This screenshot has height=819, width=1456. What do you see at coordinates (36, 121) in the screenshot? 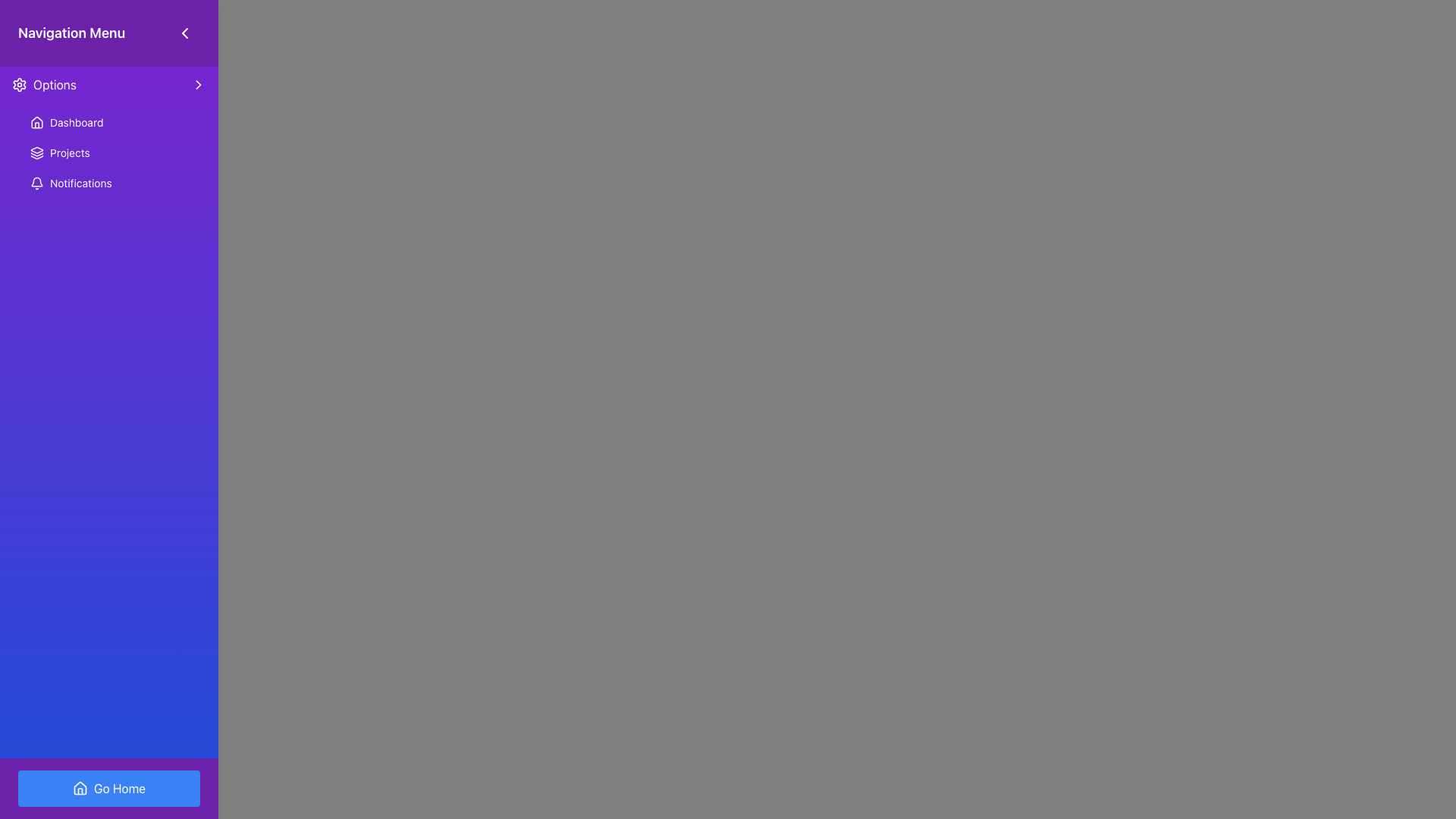
I see `the 'Go Home' icon, which visually represents a house and is located at the bottom of the navigation menu within a blue button` at bounding box center [36, 121].